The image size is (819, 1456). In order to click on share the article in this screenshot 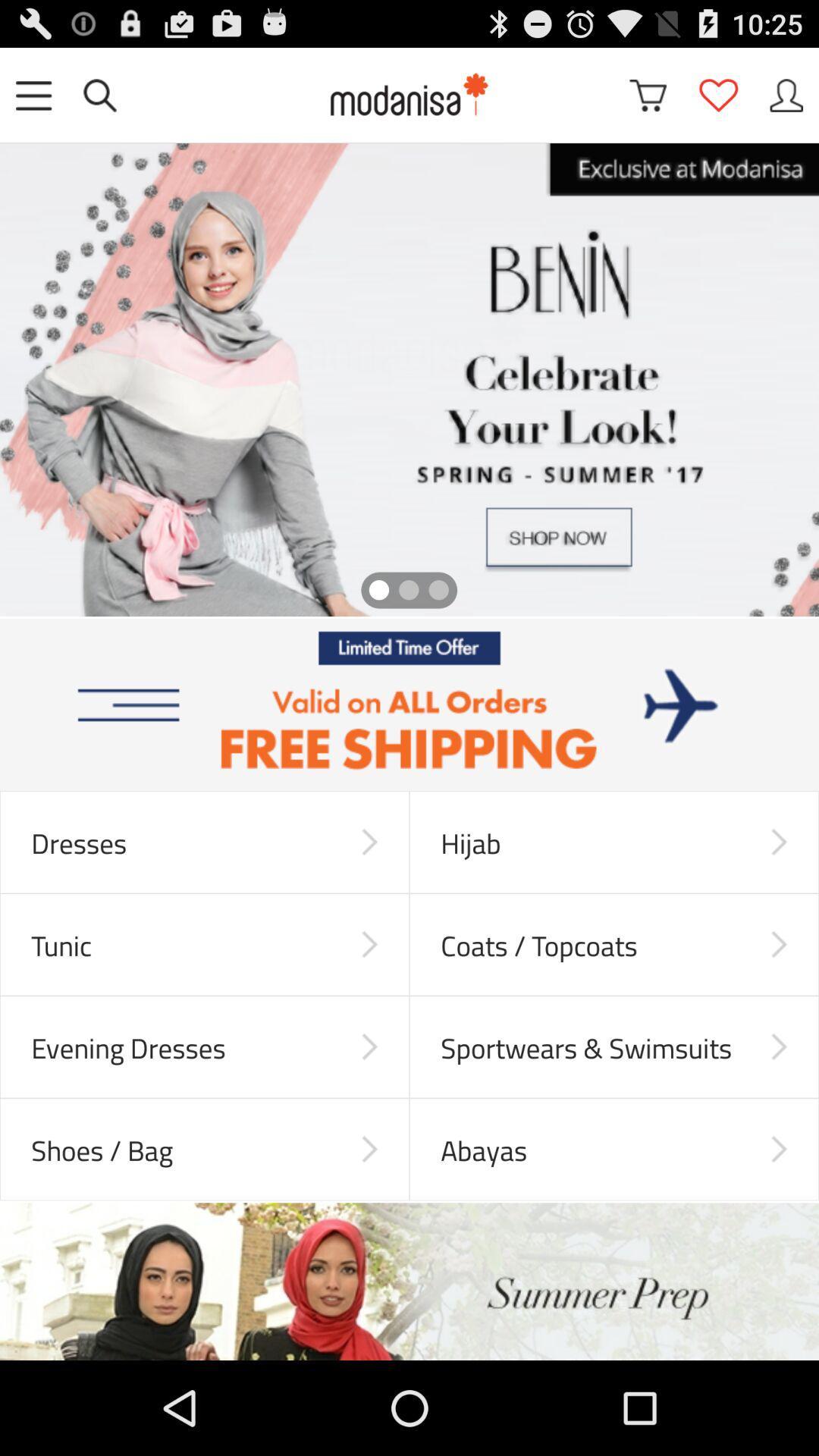, I will do `click(409, 704)`.